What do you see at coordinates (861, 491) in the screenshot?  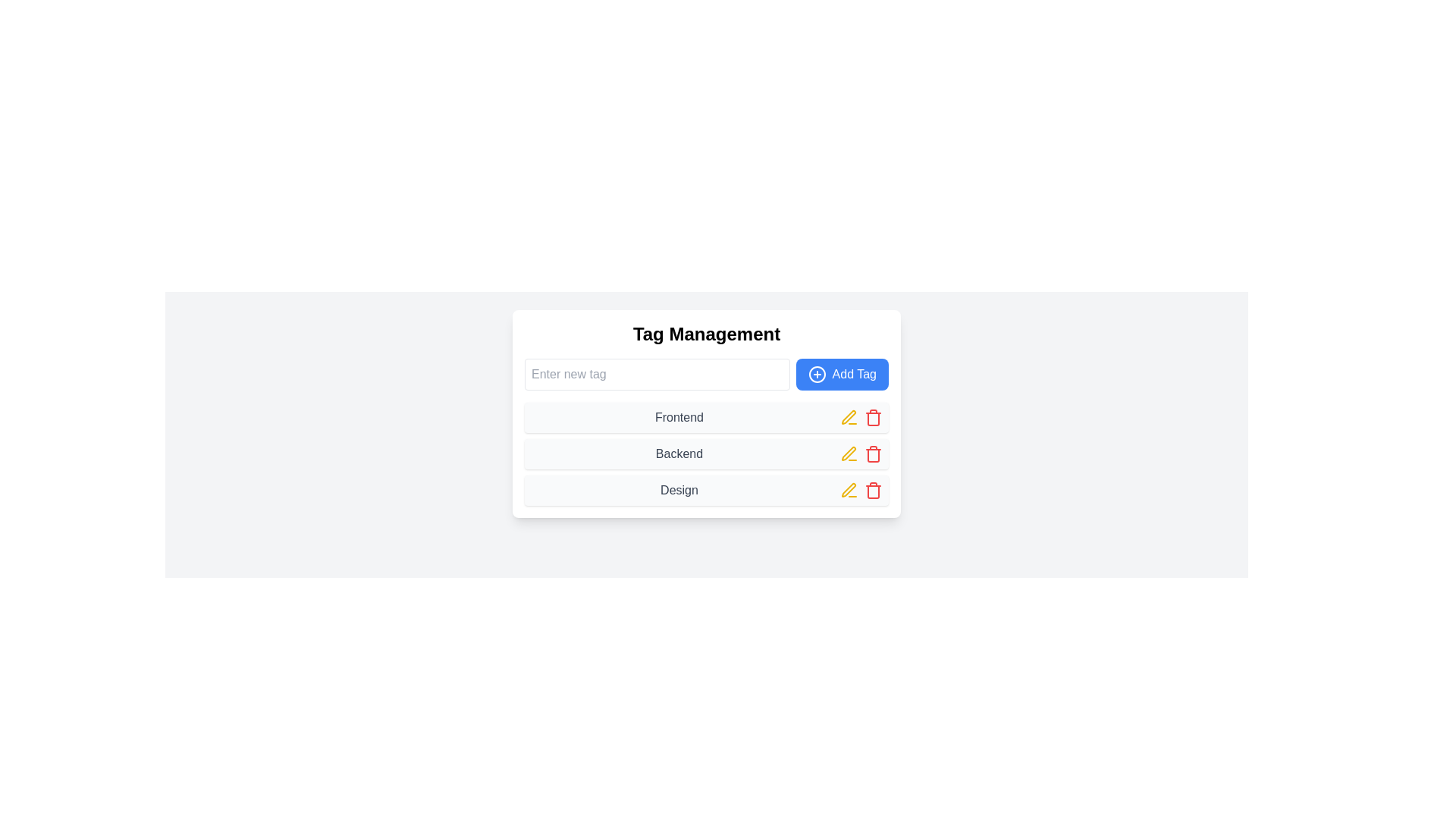 I see `the icon group representing action controls for the 'Design' row` at bounding box center [861, 491].